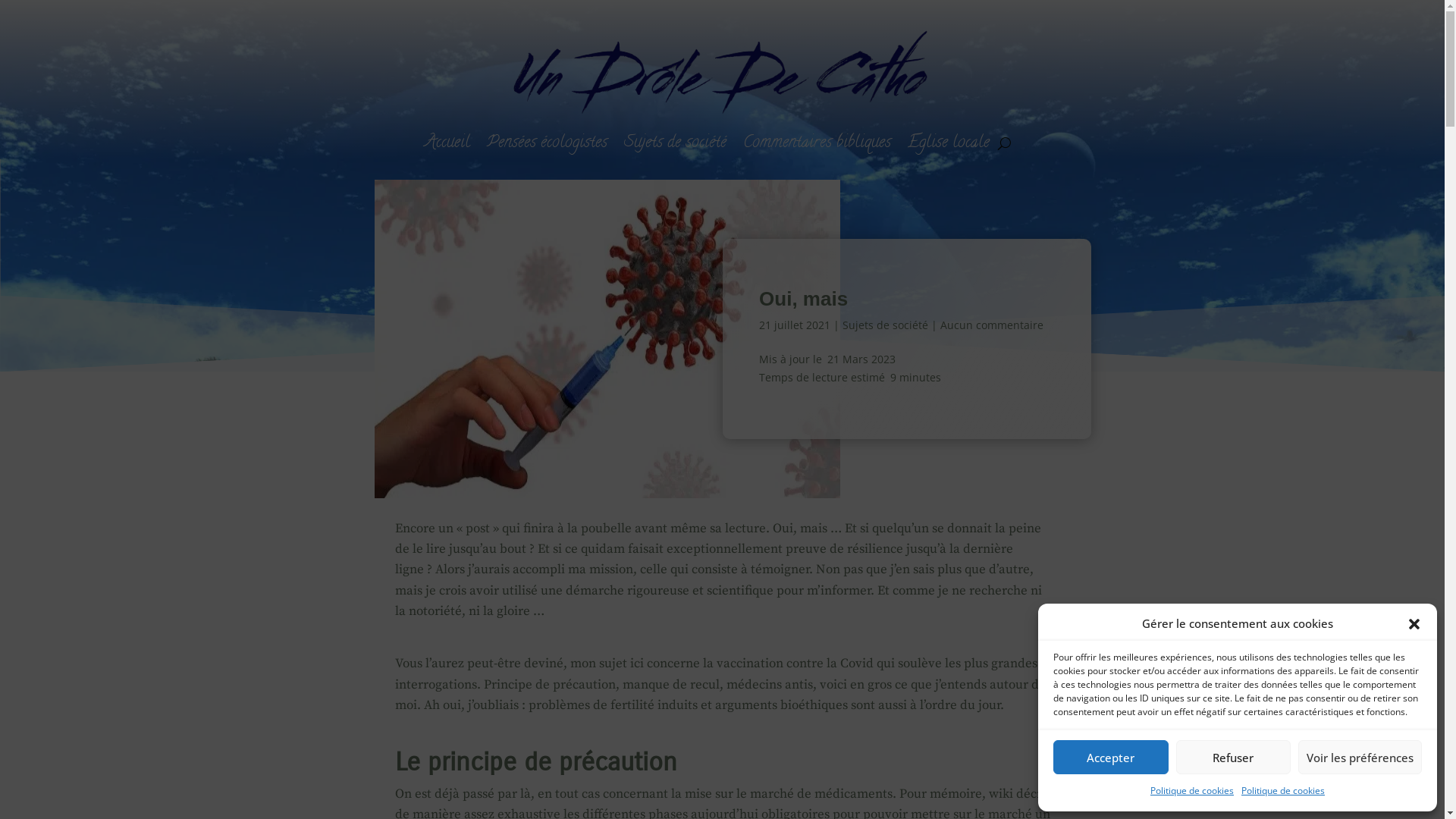 This screenshot has height=819, width=1456. What do you see at coordinates (447, 143) in the screenshot?
I see `'Accueil'` at bounding box center [447, 143].